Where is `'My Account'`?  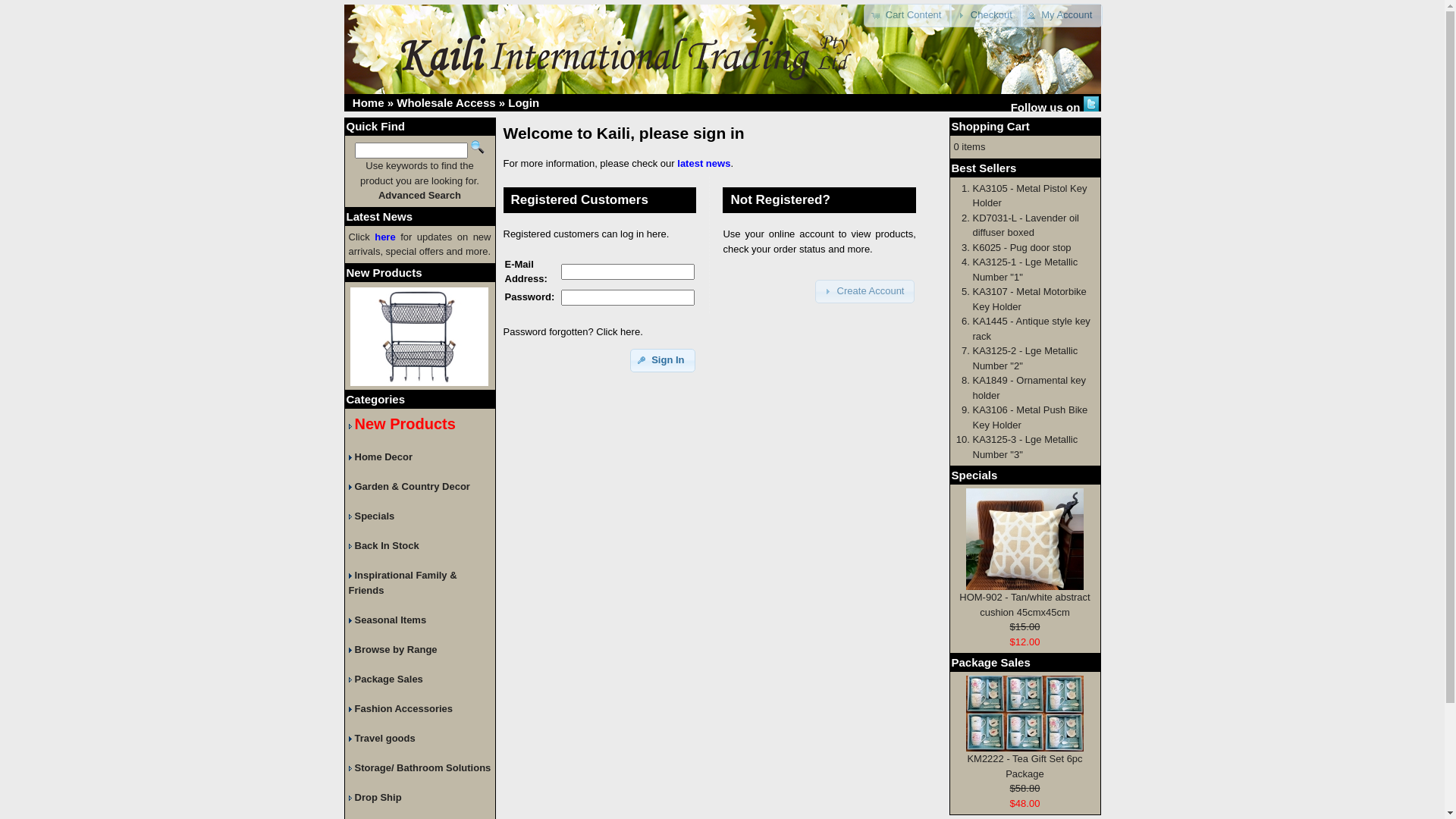 'My Account' is located at coordinates (1061, 15).